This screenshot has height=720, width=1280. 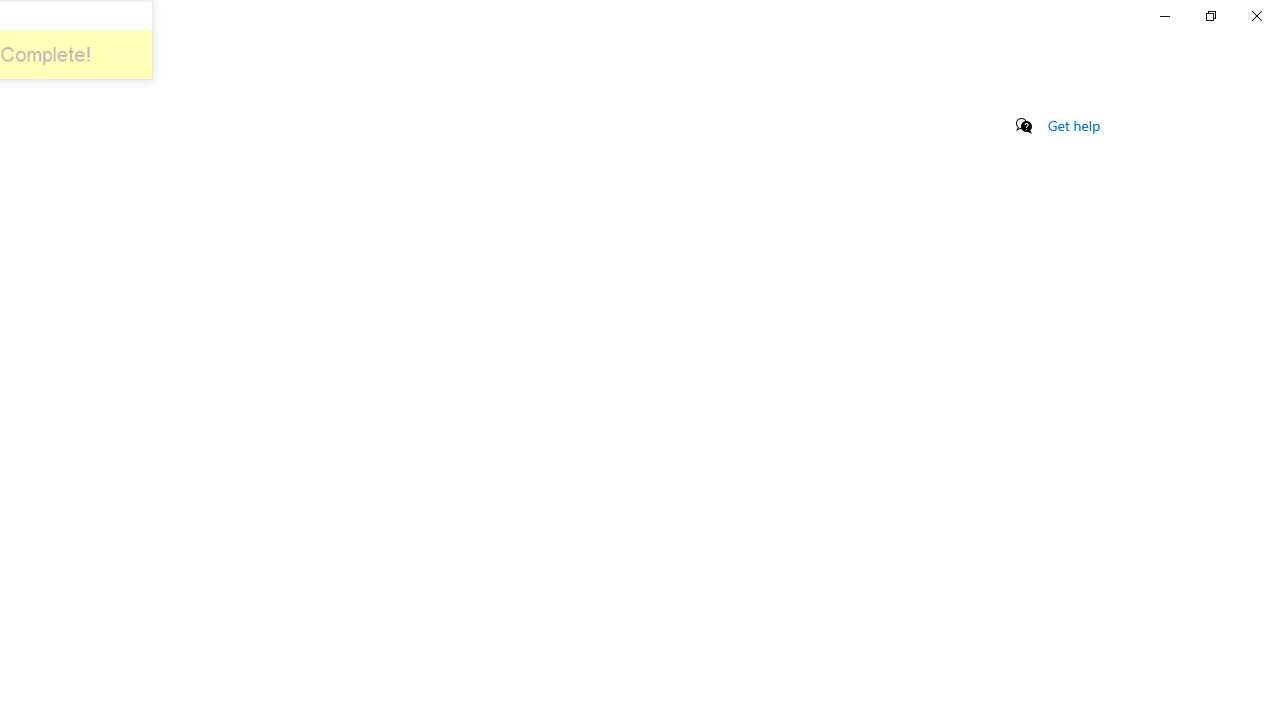 What do you see at coordinates (1255, 15) in the screenshot?
I see `'Close Settings'` at bounding box center [1255, 15].